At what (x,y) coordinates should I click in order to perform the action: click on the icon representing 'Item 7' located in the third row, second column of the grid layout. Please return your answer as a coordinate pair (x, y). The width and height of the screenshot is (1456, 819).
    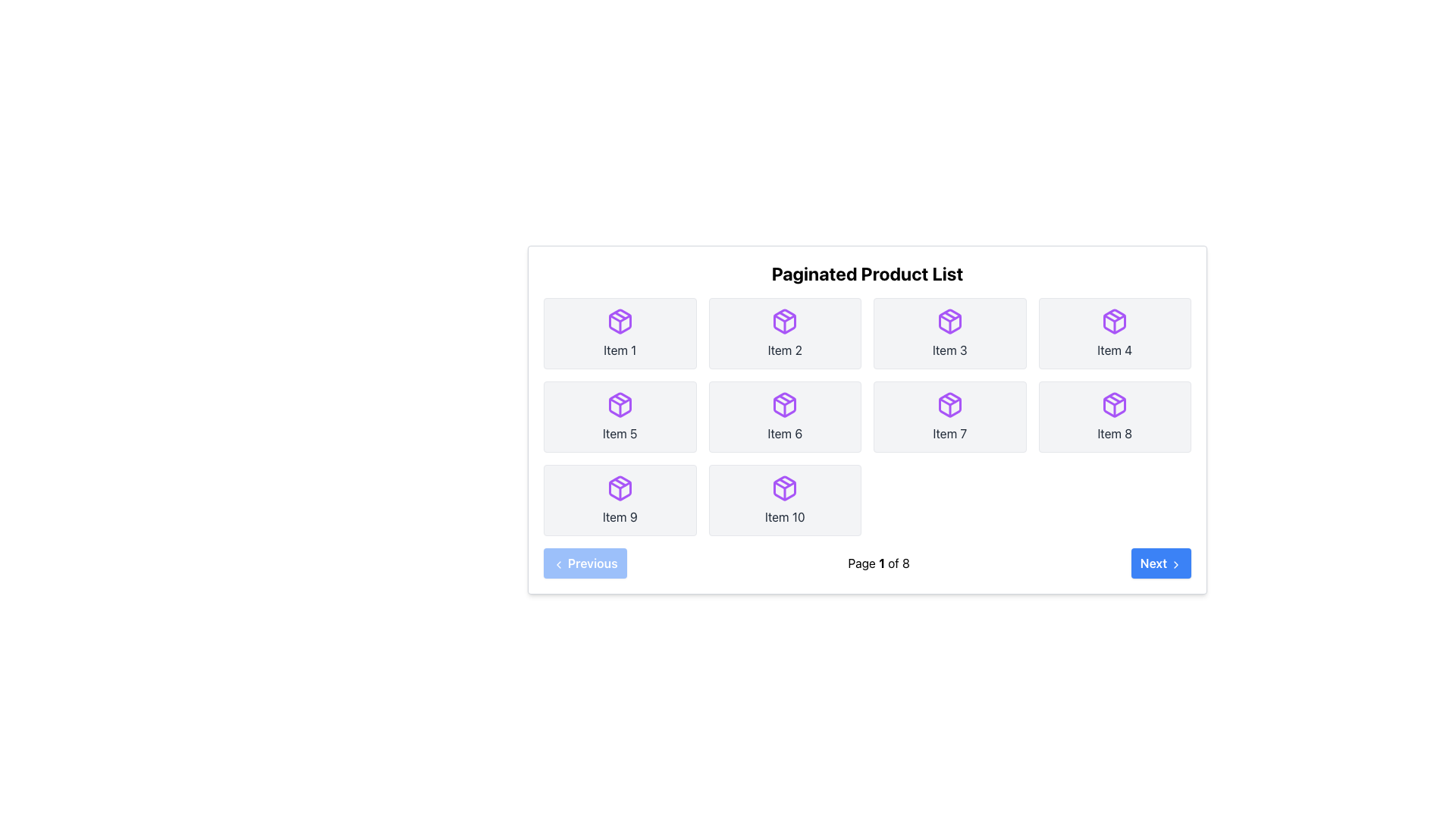
    Looking at the image, I should click on (949, 403).